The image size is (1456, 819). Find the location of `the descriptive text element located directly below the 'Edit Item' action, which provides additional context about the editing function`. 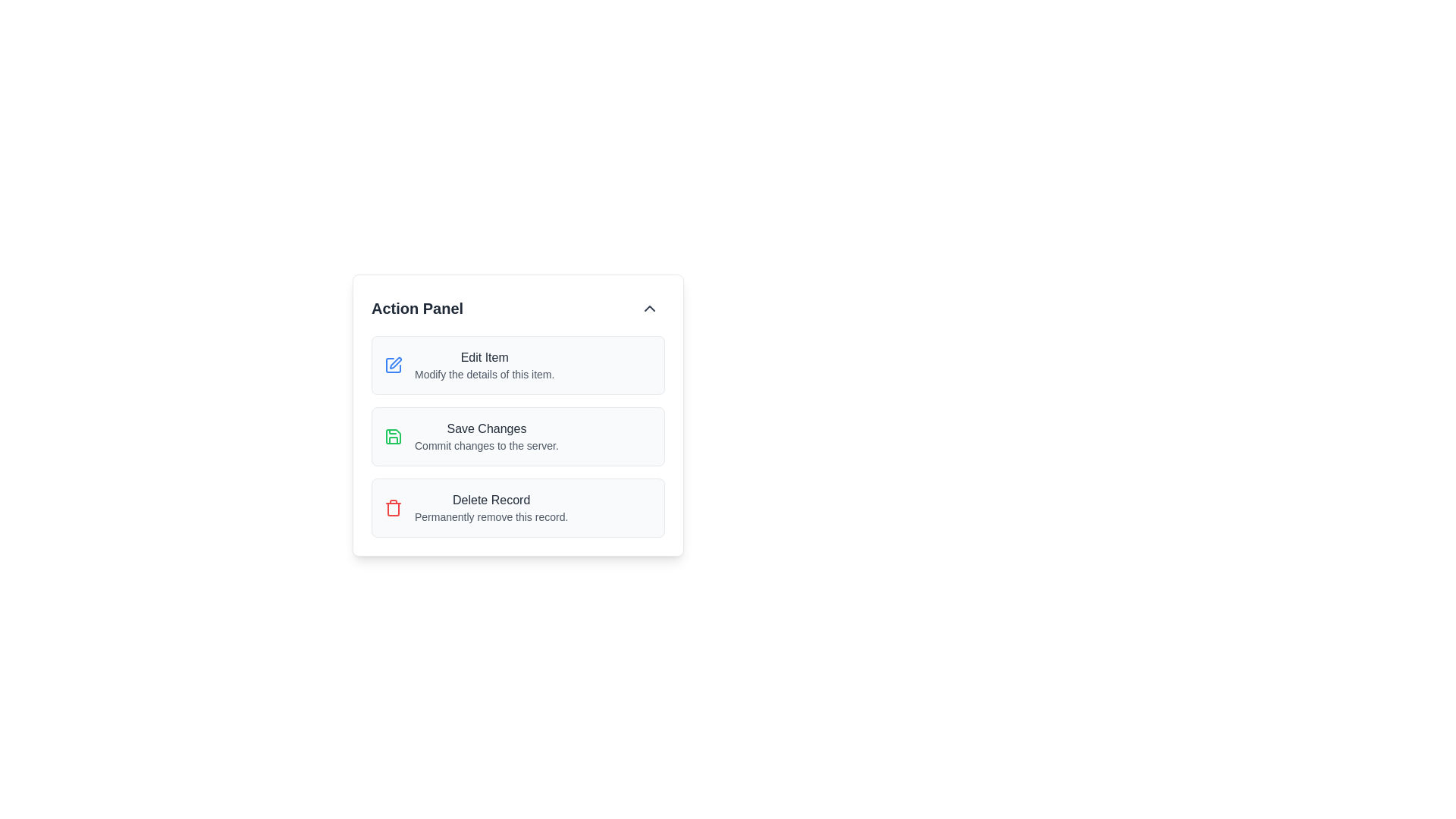

the descriptive text element located directly below the 'Edit Item' action, which provides additional context about the editing function is located at coordinates (484, 374).